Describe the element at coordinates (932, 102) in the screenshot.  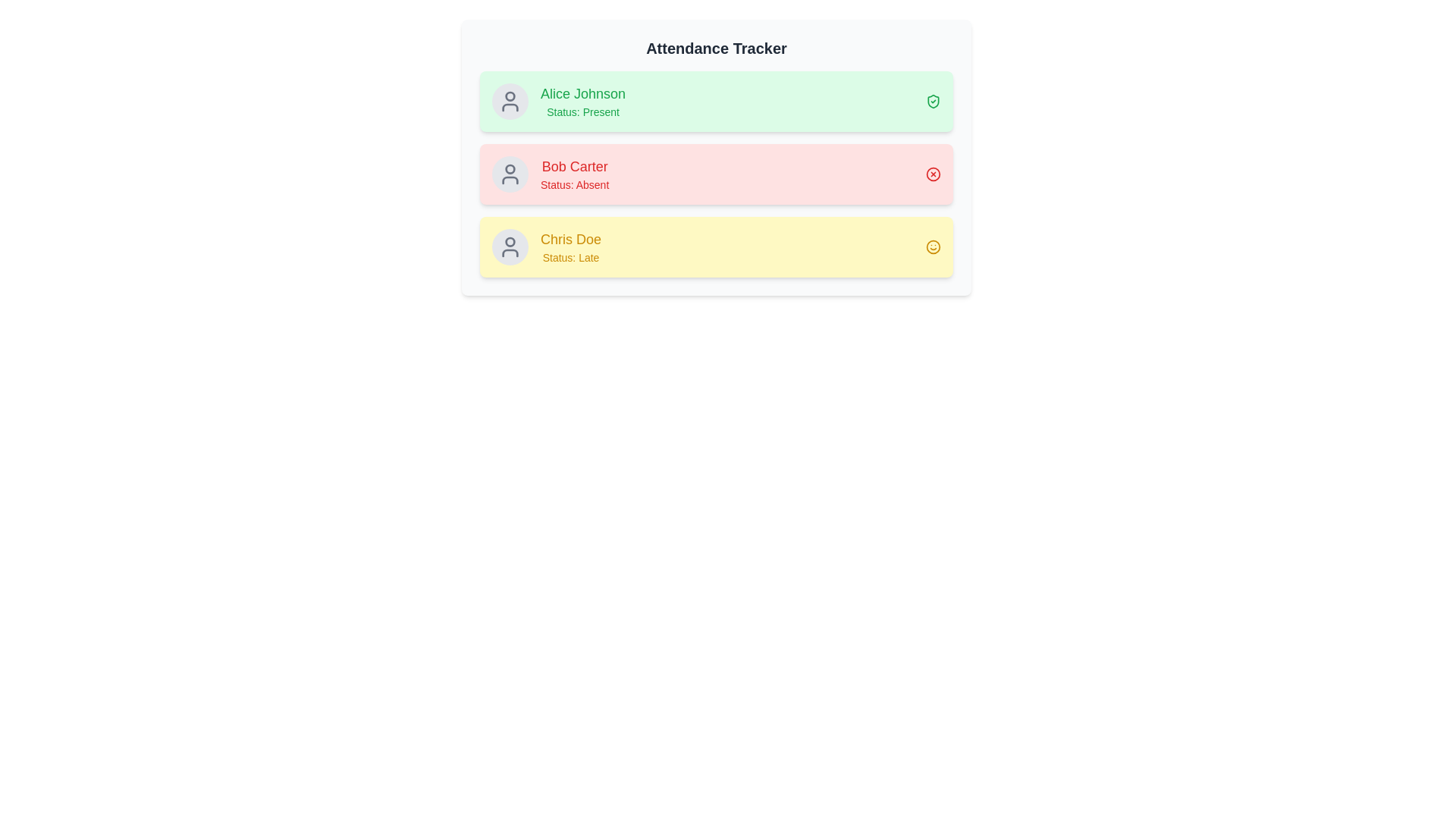
I see `the shield-shaped icon with a checkmark, which is located in the top right corner of the green-highlighted 'Alice Johnson - Status: Present' card` at that location.